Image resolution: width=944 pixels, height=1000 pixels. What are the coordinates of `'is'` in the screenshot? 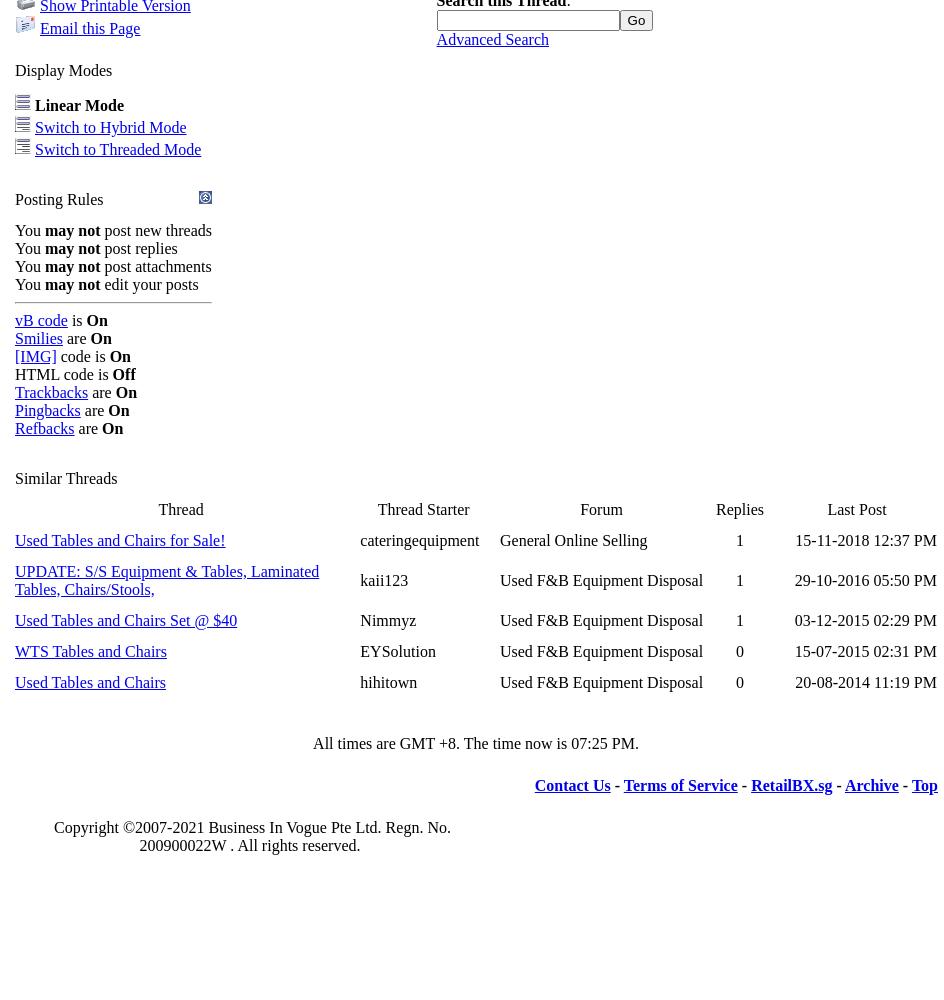 It's located at (75, 318).